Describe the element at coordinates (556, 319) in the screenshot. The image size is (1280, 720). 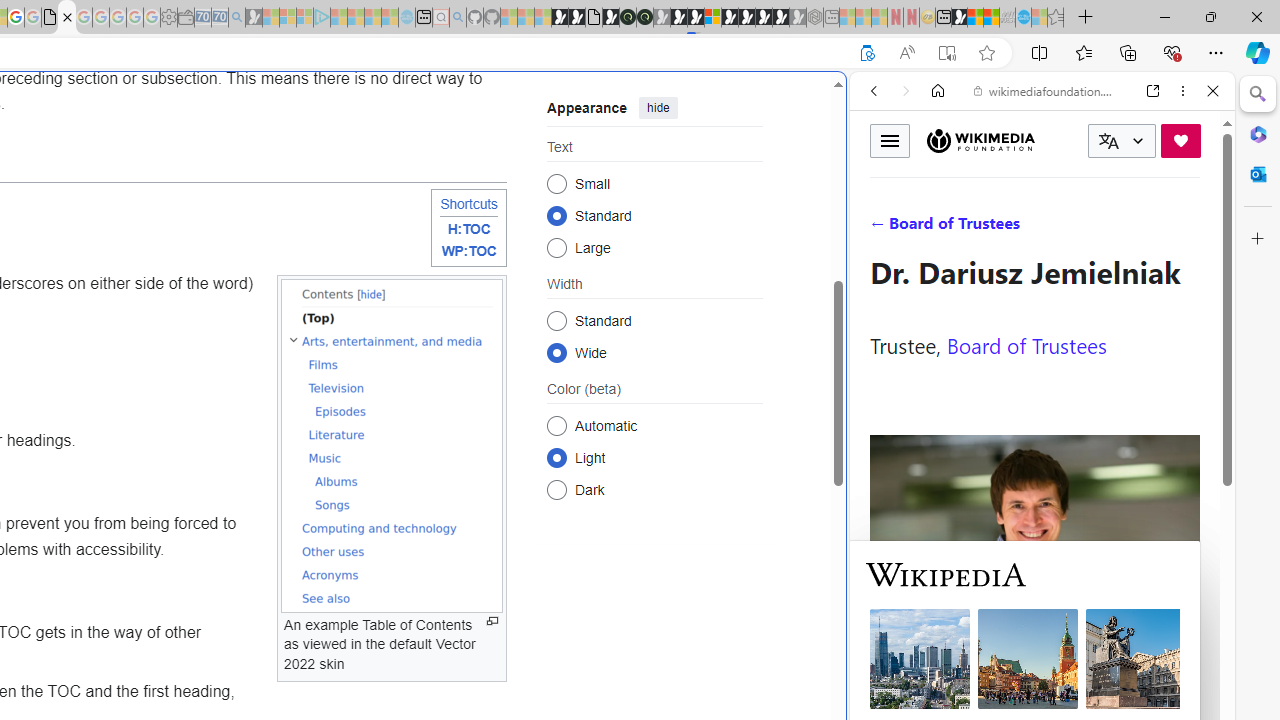
I see `'Standard'` at that location.